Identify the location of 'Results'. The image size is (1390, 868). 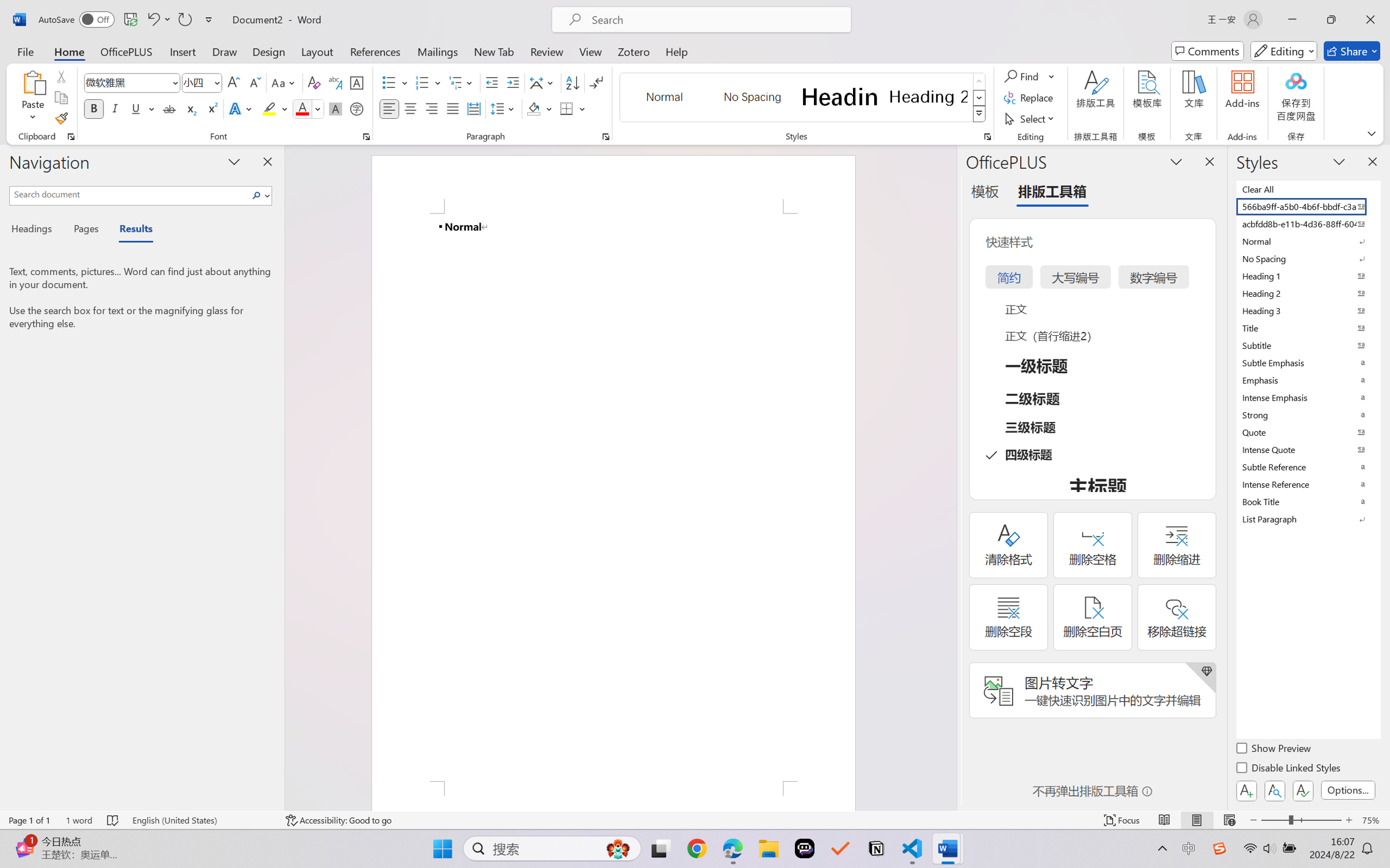
(130, 230).